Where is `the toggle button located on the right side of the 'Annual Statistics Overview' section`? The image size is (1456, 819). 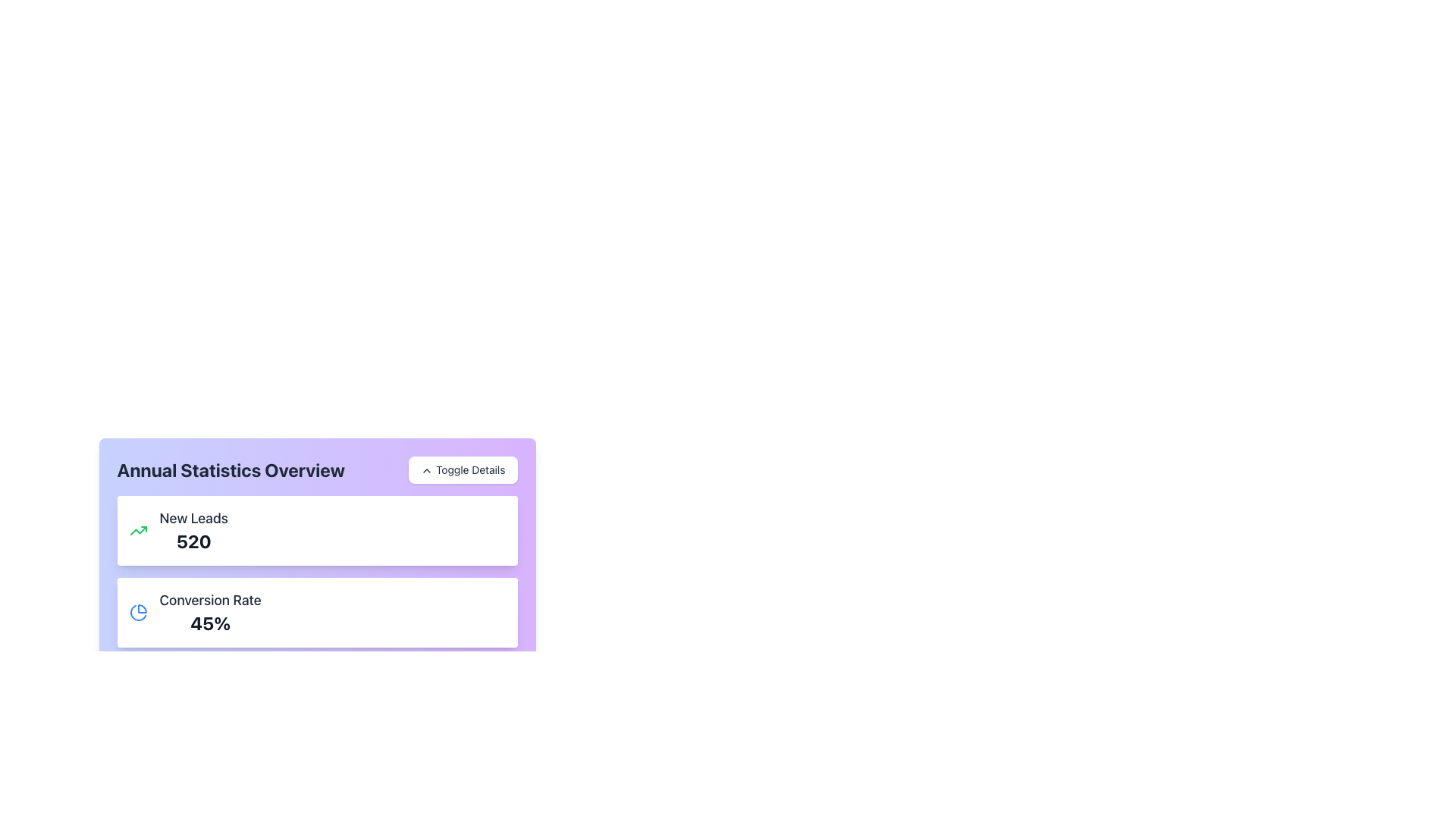 the toggle button located on the right side of the 'Annual Statistics Overview' section is located at coordinates (462, 469).